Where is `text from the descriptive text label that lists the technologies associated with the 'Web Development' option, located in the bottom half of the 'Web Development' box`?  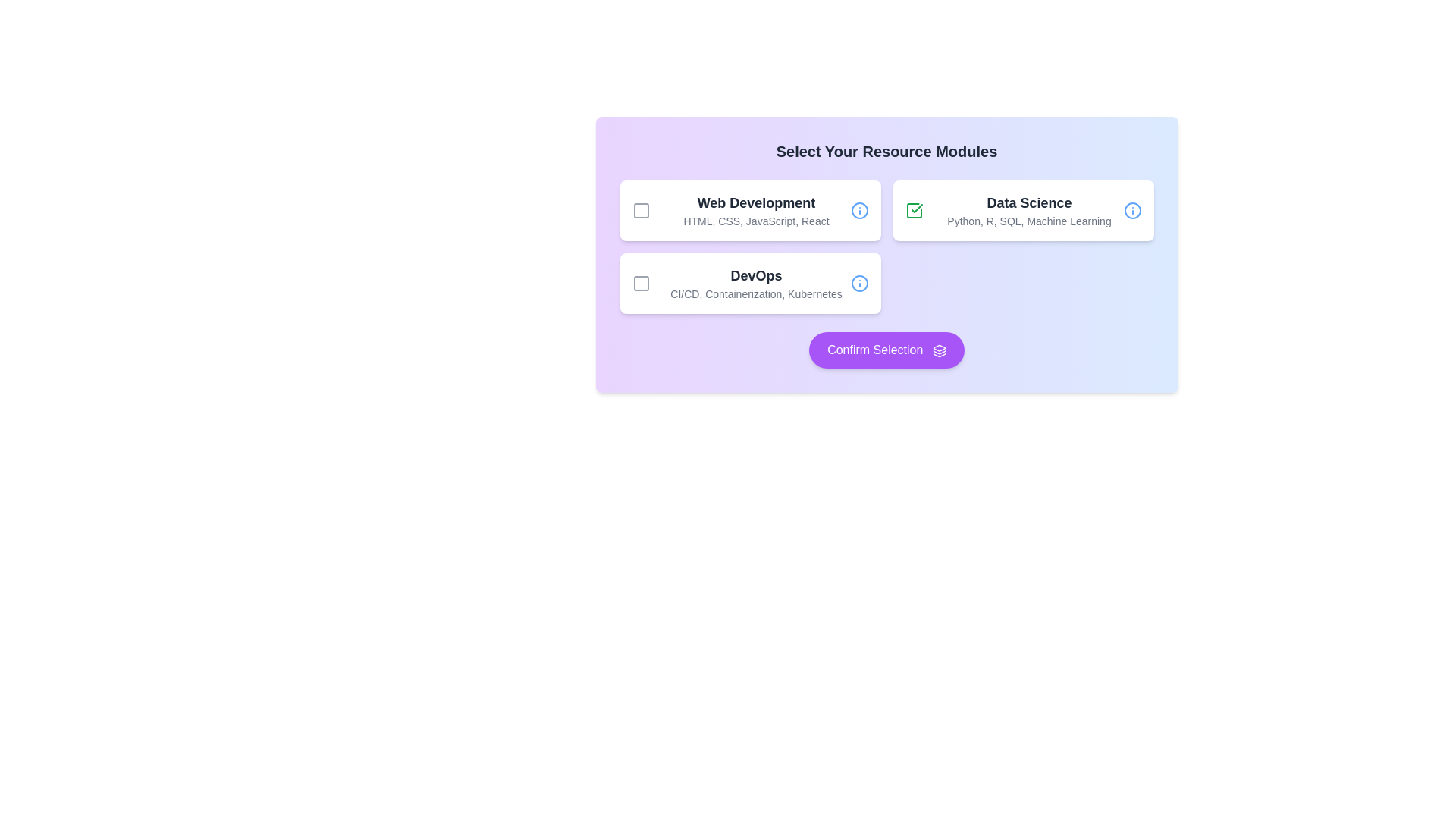
text from the descriptive text label that lists the technologies associated with the 'Web Development' option, located in the bottom half of the 'Web Development' box is located at coordinates (756, 221).